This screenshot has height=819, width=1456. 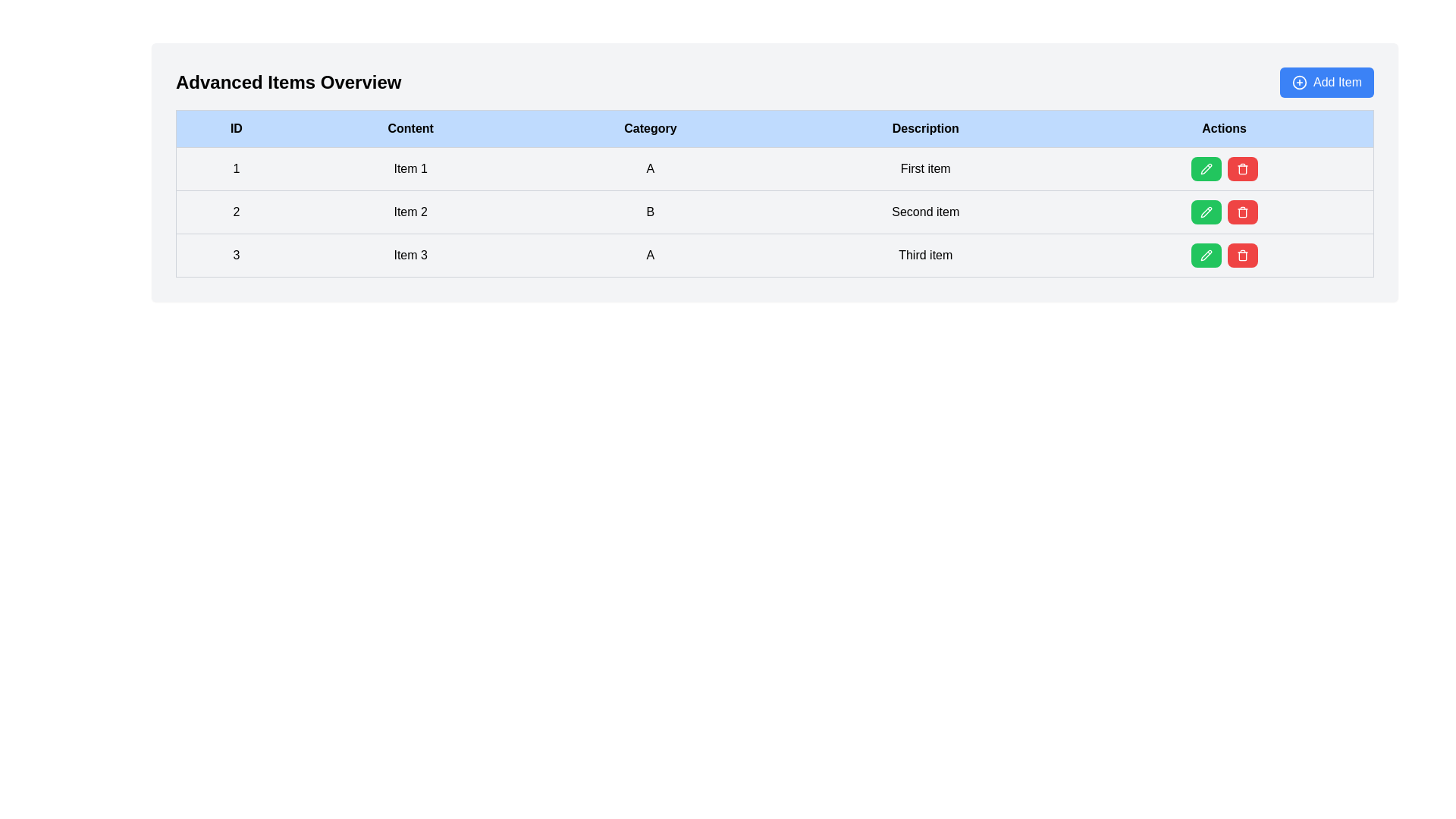 I want to click on the pencil icon within the green 'Edit' button in the 'Actions' column of the first row of the table, so click(x=1205, y=169).